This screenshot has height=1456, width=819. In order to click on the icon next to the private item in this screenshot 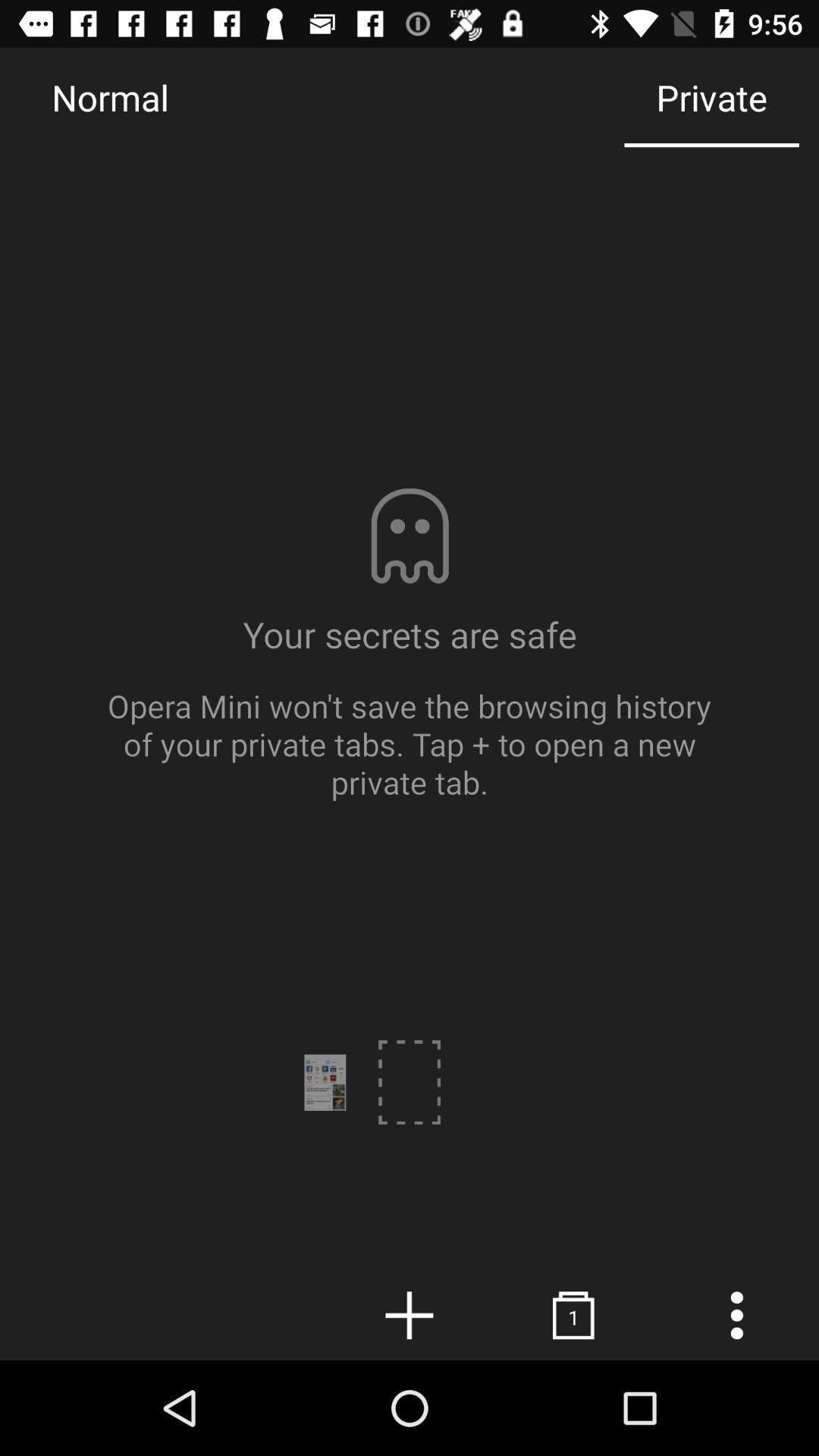, I will do `click(109, 96)`.